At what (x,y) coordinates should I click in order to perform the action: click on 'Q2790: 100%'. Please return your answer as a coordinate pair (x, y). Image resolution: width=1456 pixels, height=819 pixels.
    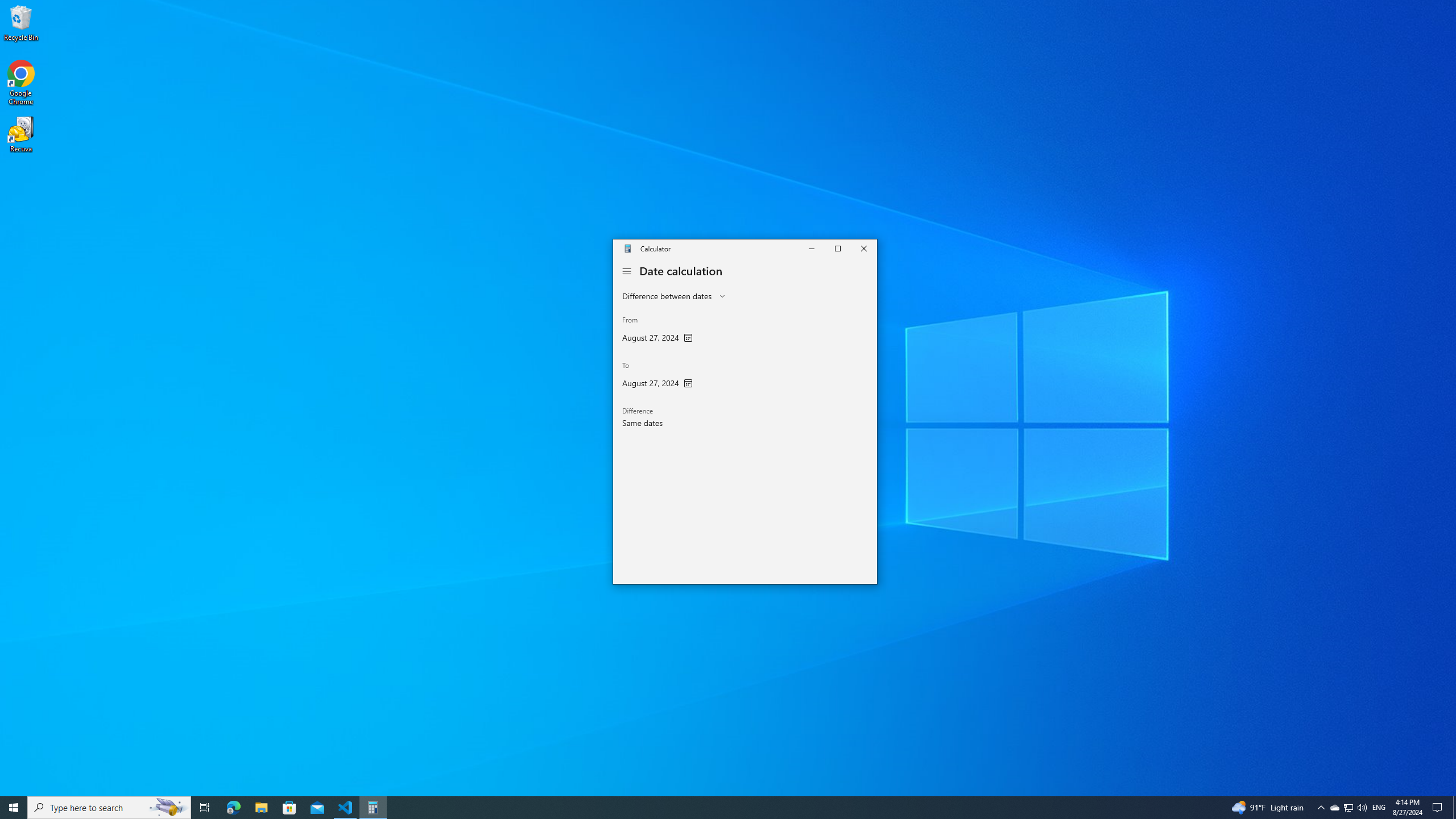
    Looking at the image, I should click on (1361, 806).